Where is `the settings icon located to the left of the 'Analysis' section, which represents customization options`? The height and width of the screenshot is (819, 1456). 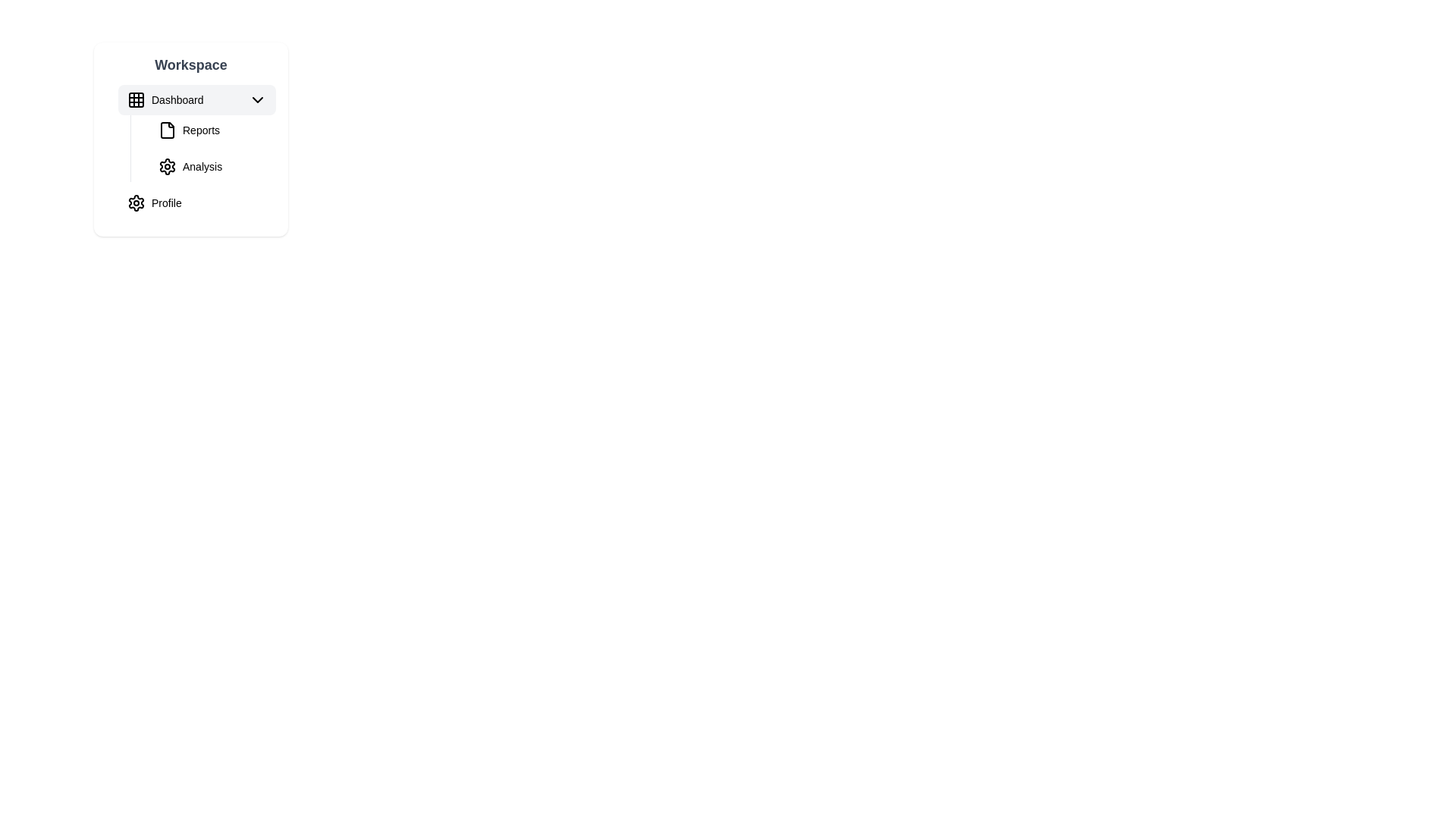
the settings icon located to the left of the 'Analysis' section, which represents customization options is located at coordinates (167, 166).